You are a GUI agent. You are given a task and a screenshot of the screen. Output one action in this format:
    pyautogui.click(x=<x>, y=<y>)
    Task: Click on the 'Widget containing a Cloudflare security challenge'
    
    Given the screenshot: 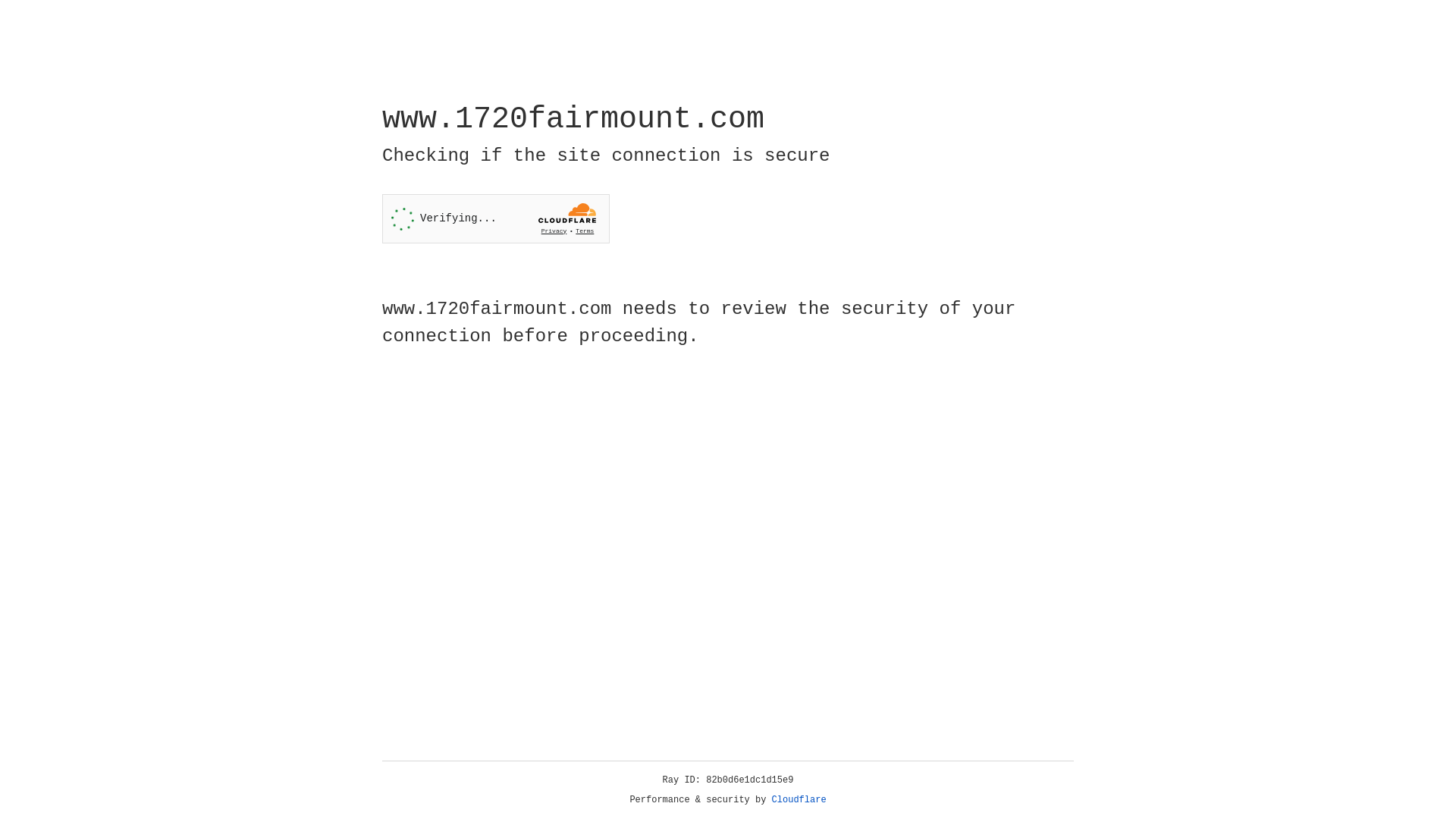 What is the action you would take?
    pyautogui.click(x=495, y=218)
    